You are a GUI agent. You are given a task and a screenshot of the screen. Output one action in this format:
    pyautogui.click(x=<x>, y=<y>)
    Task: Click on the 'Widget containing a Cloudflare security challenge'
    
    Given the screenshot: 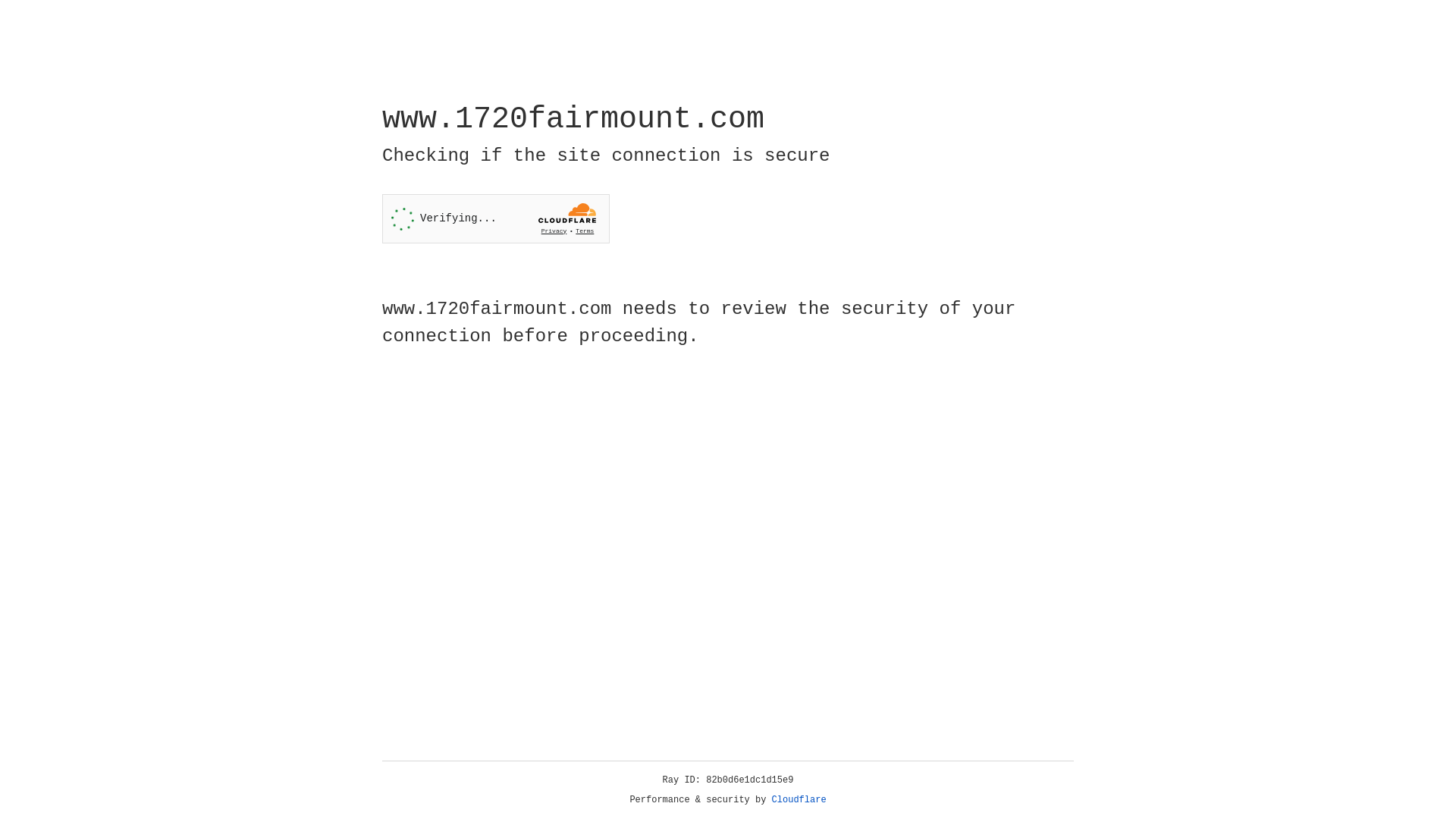 What is the action you would take?
    pyautogui.click(x=495, y=218)
    